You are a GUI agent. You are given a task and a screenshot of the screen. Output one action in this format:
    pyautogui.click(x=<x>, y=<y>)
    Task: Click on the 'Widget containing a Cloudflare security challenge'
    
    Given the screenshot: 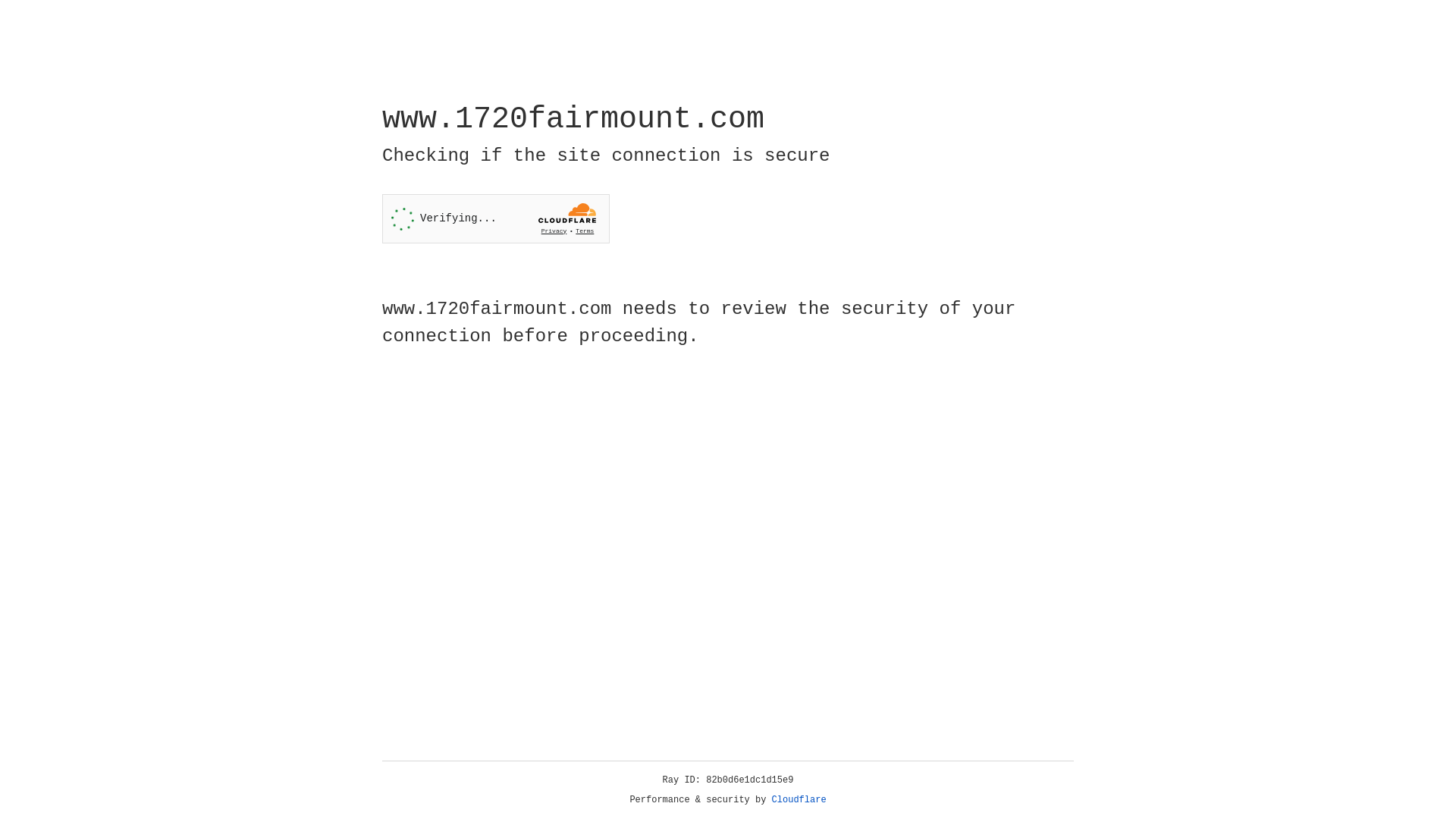 What is the action you would take?
    pyautogui.click(x=495, y=218)
    